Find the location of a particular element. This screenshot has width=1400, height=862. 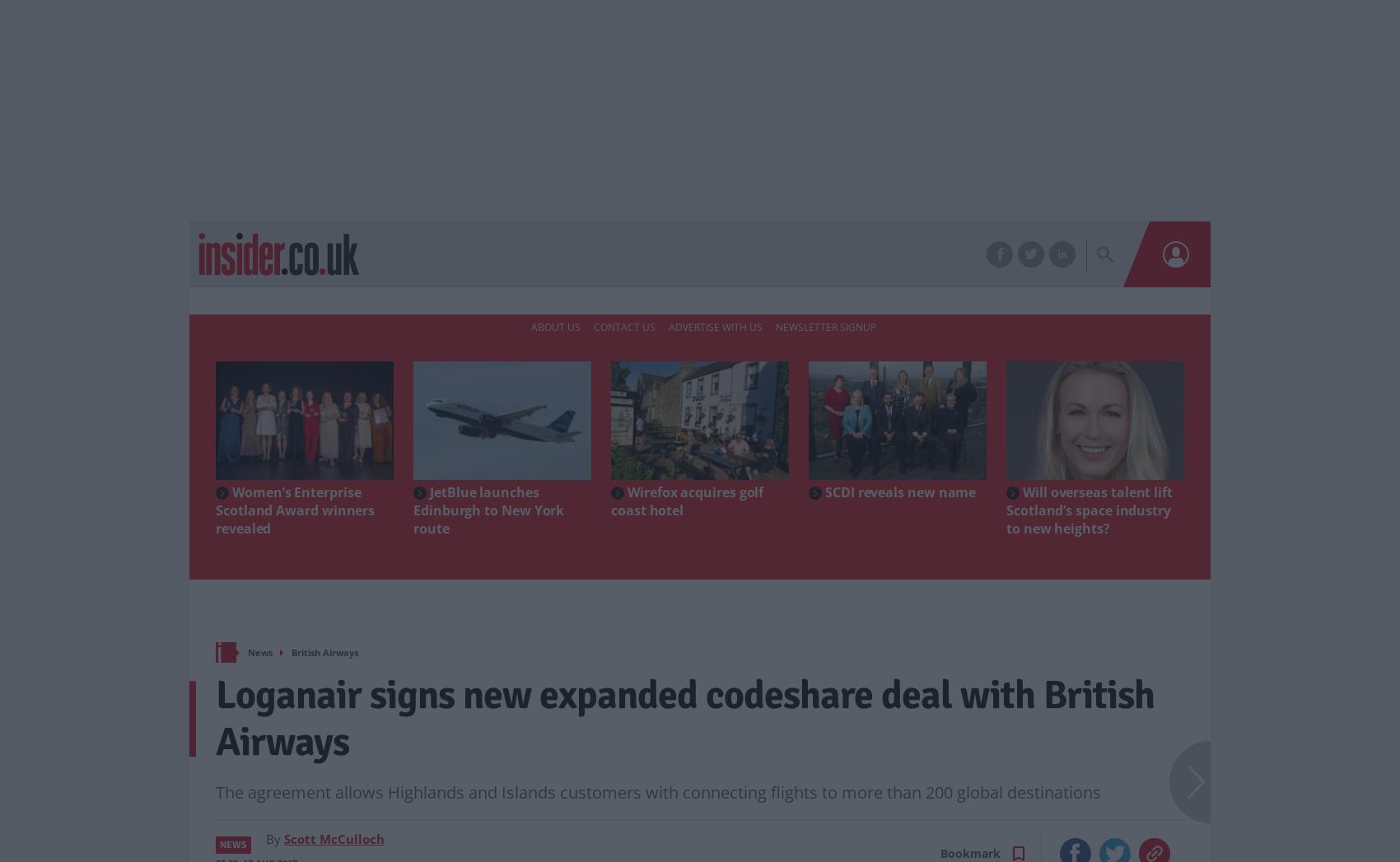

'Wirefox acquires golf coast hotel' is located at coordinates (686, 499).